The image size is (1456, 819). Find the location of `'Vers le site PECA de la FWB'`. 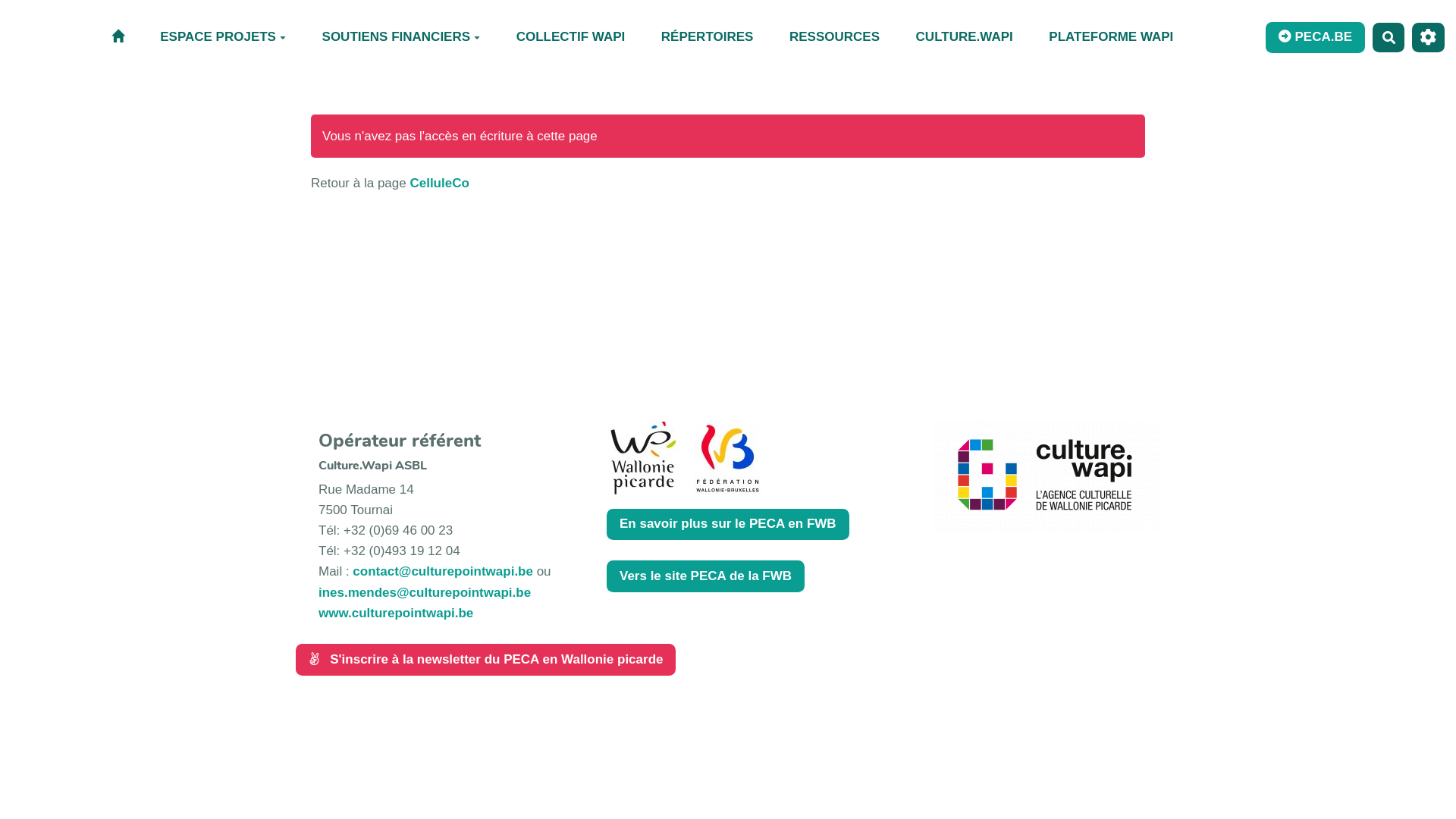

'Vers le site PECA de la FWB' is located at coordinates (607, 576).